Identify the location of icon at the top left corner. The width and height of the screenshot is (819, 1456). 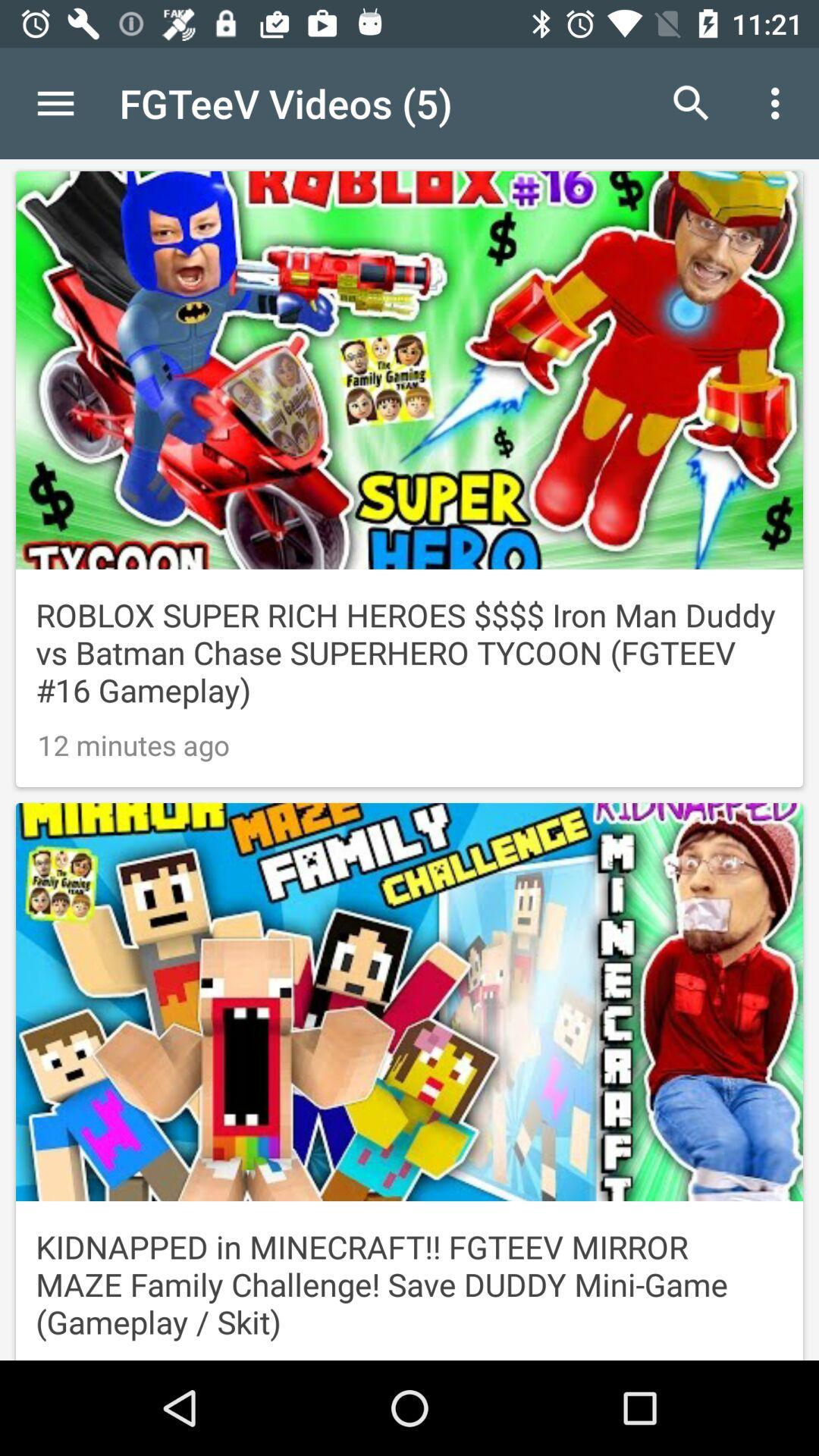
(55, 102).